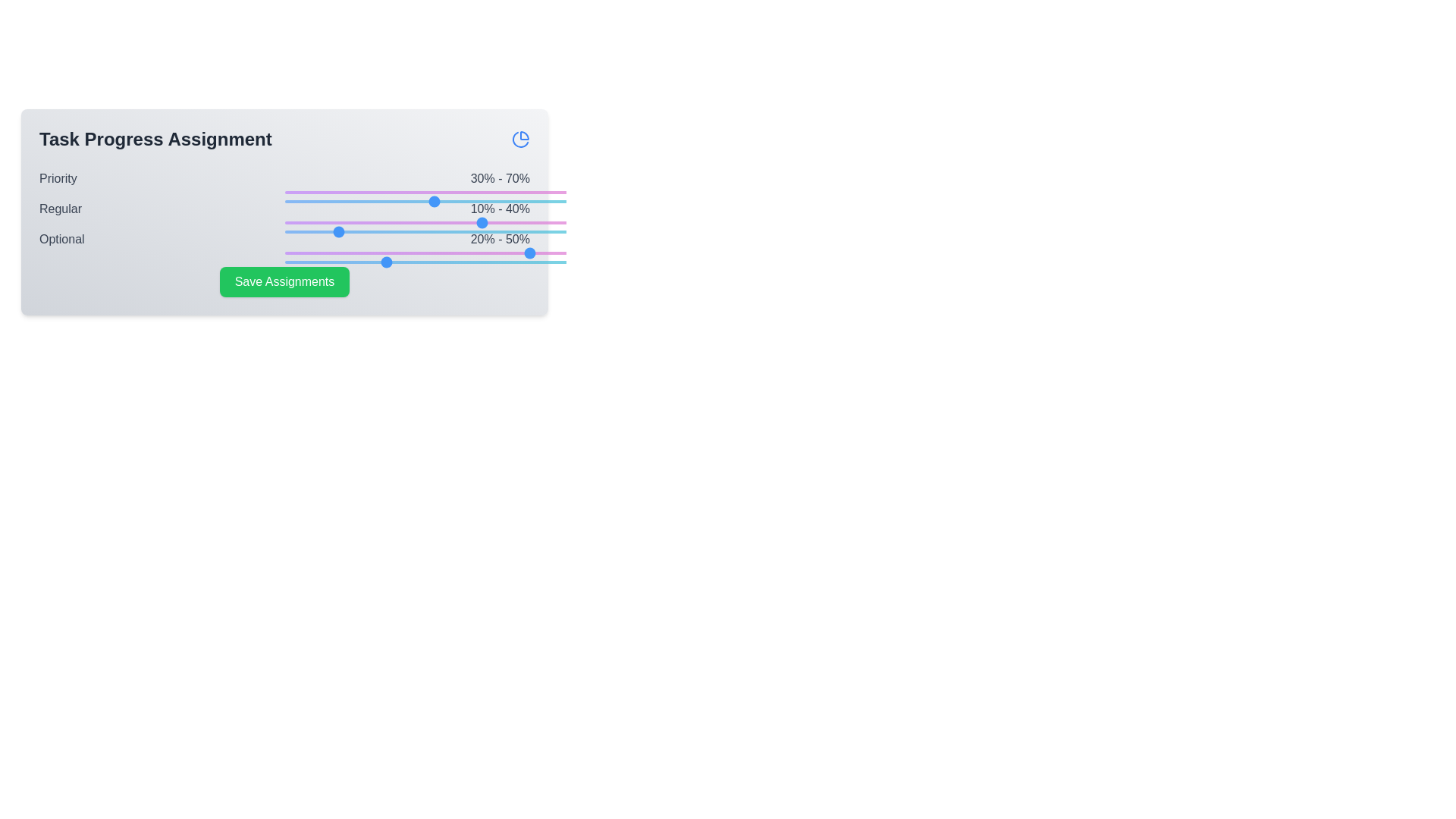 Image resolution: width=1456 pixels, height=819 pixels. What do you see at coordinates (520, 140) in the screenshot?
I see `the pie chart icon at the top-right corner of the component` at bounding box center [520, 140].